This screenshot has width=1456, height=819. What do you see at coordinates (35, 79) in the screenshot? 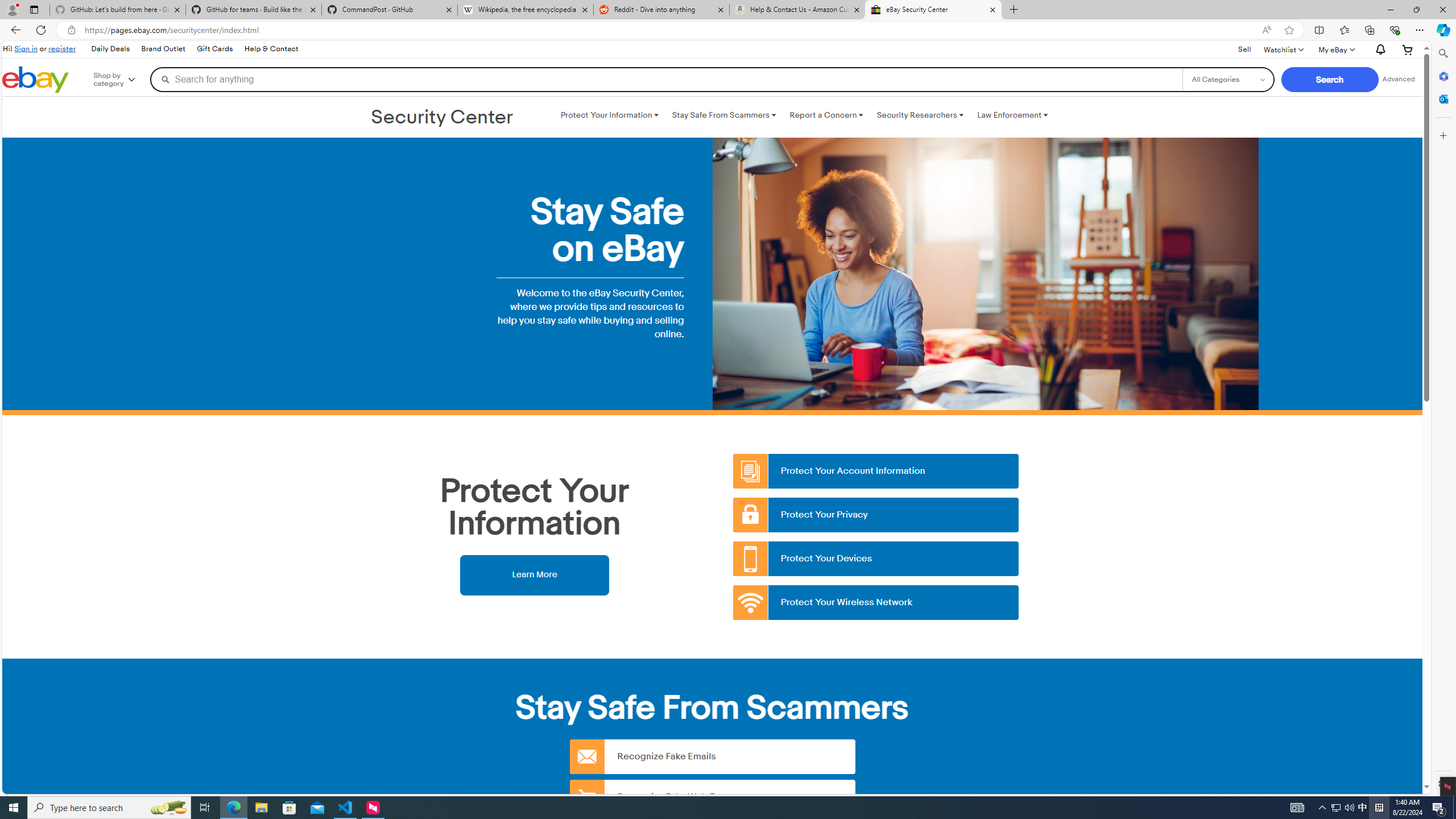
I see `'eBay Home'` at bounding box center [35, 79].